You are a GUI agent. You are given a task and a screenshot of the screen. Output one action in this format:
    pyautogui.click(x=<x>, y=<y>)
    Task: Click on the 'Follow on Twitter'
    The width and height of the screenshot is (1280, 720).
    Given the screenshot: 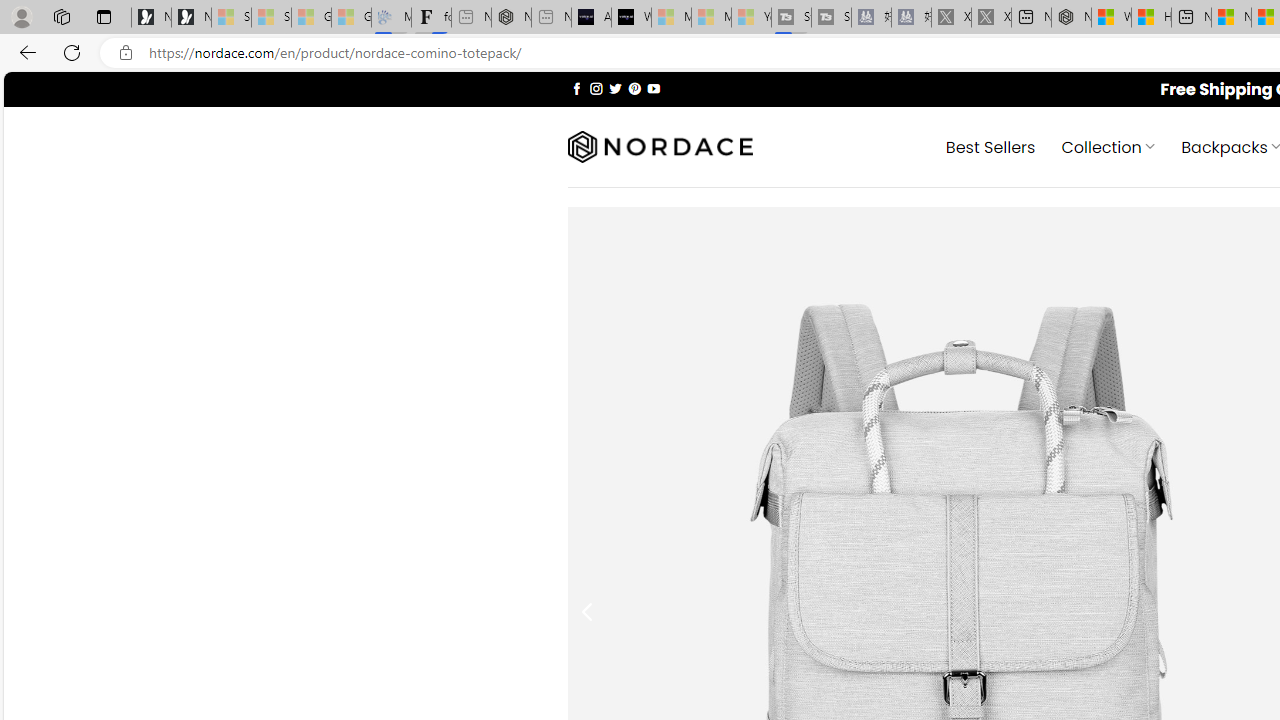 What is the action you would take?
    pyautogui.click(x=614, y=87)
    